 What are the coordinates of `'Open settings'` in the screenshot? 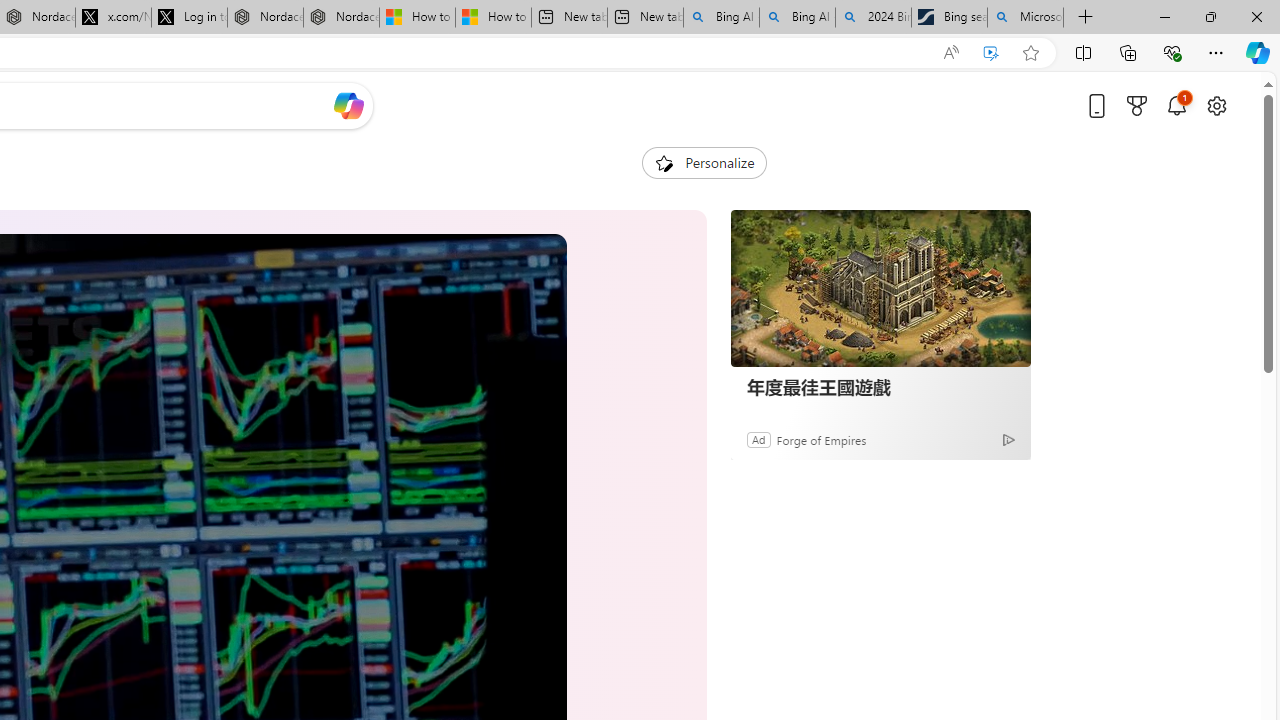 It's located at (1215, 105).